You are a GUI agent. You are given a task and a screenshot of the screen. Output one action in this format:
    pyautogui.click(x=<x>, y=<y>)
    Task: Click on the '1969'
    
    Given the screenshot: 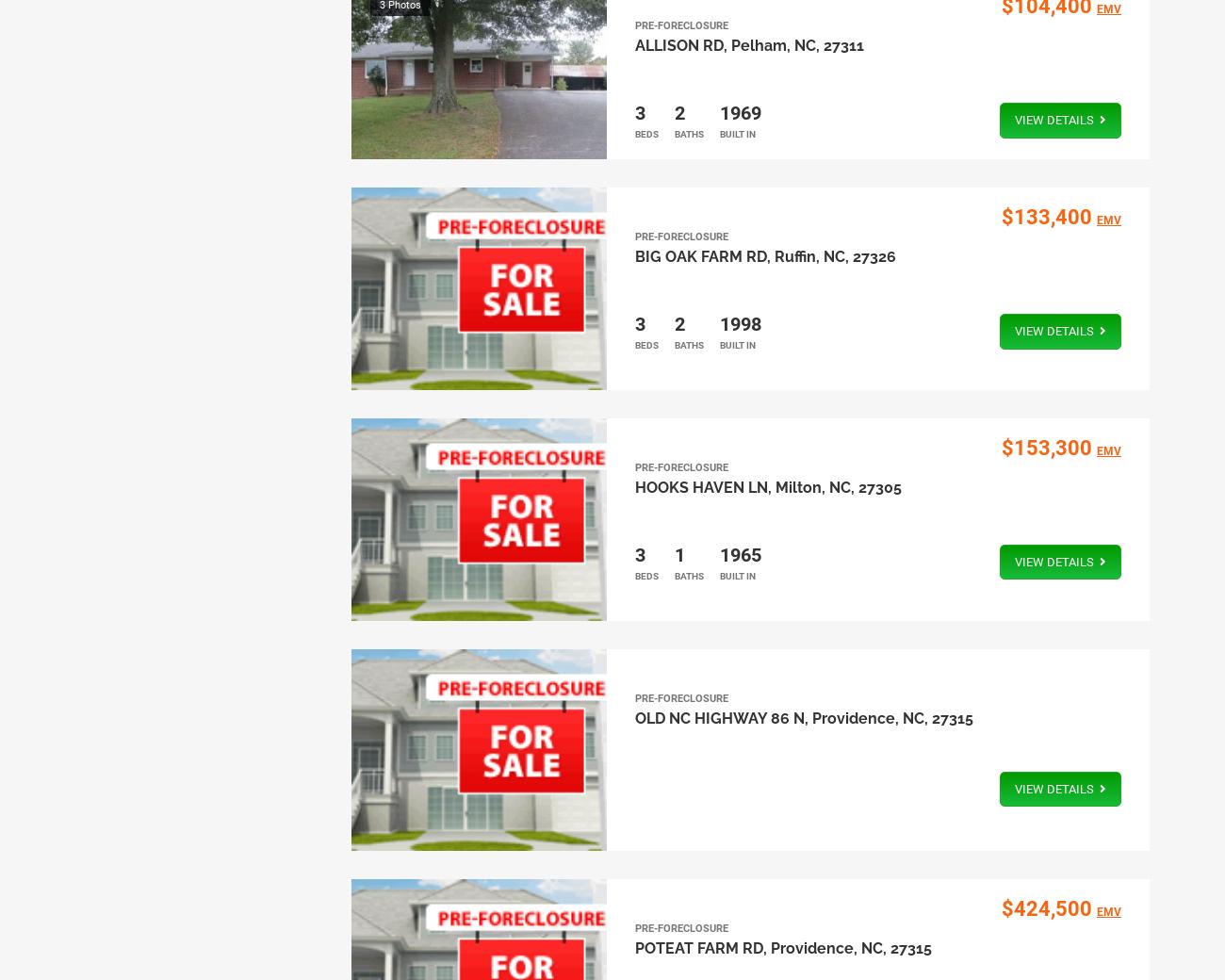 What is the action you would take?
    pyautogui.click(x=738, y=112)
    